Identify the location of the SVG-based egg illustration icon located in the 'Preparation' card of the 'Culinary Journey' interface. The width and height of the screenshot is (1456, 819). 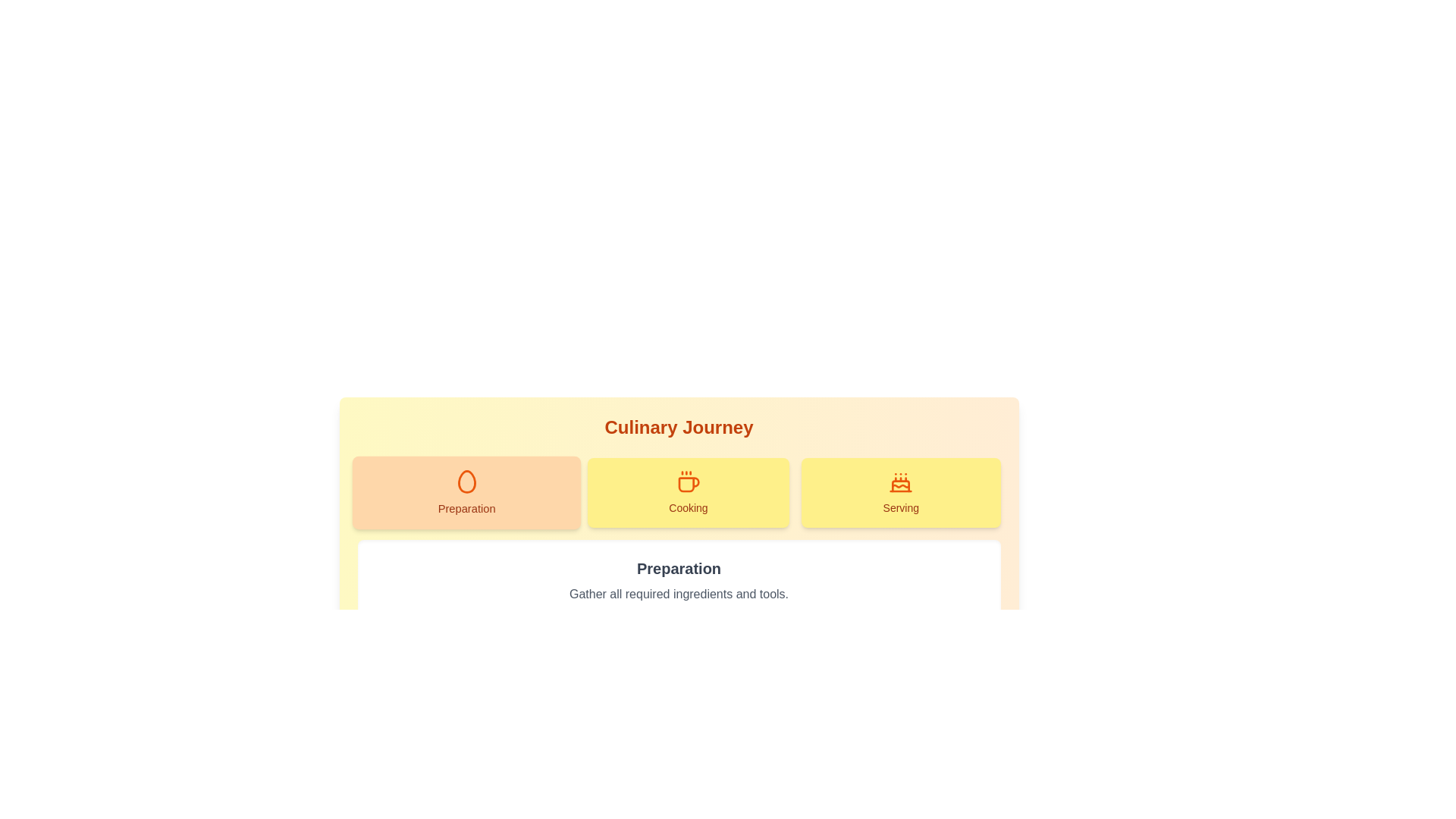
(466, 482).